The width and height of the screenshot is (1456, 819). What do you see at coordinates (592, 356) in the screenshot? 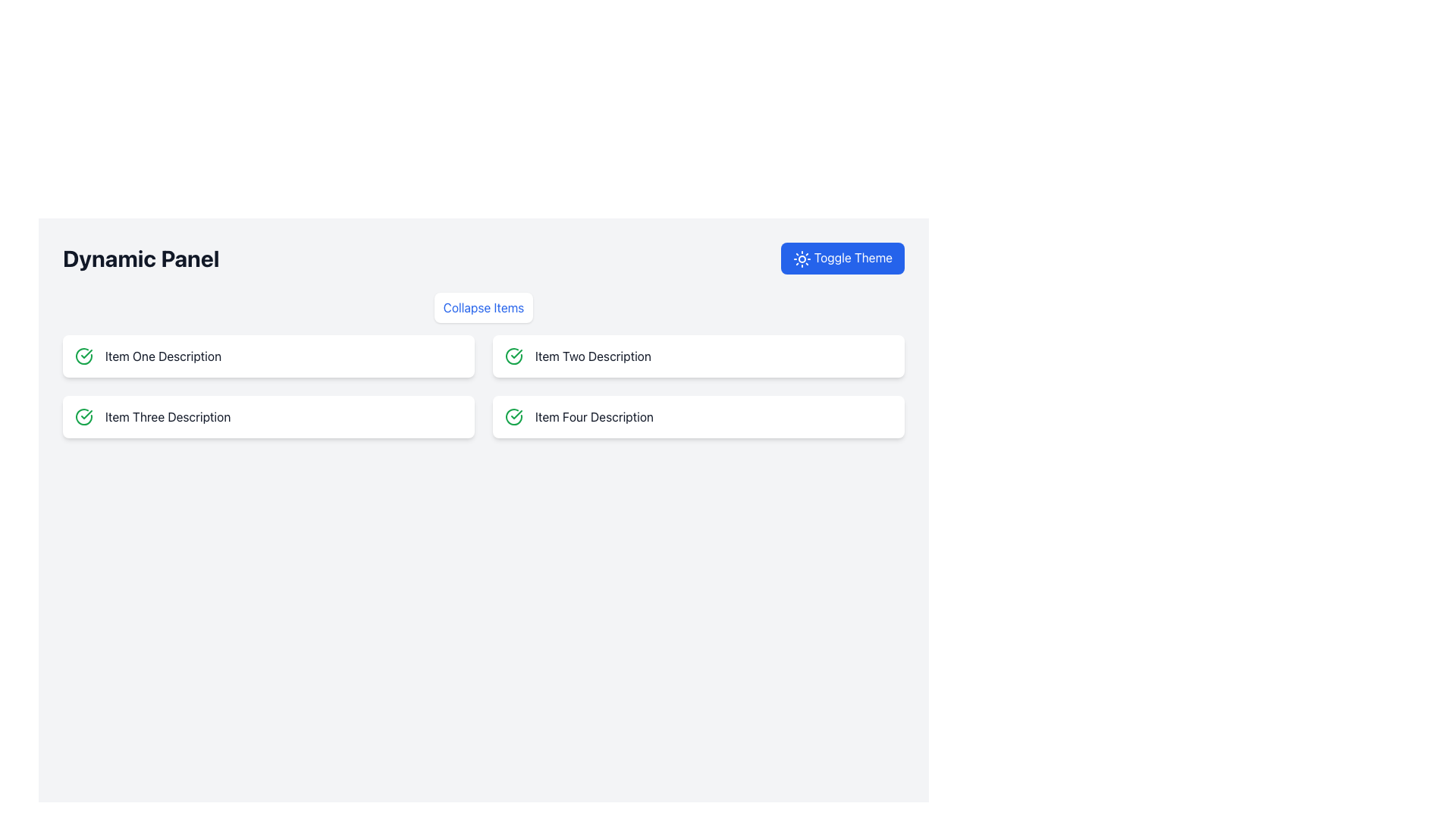
I see `the static text label that provides descriptive information for the second item in the list, located to the right of the checkmark icon in the second row` at bounding box center [592, 356].